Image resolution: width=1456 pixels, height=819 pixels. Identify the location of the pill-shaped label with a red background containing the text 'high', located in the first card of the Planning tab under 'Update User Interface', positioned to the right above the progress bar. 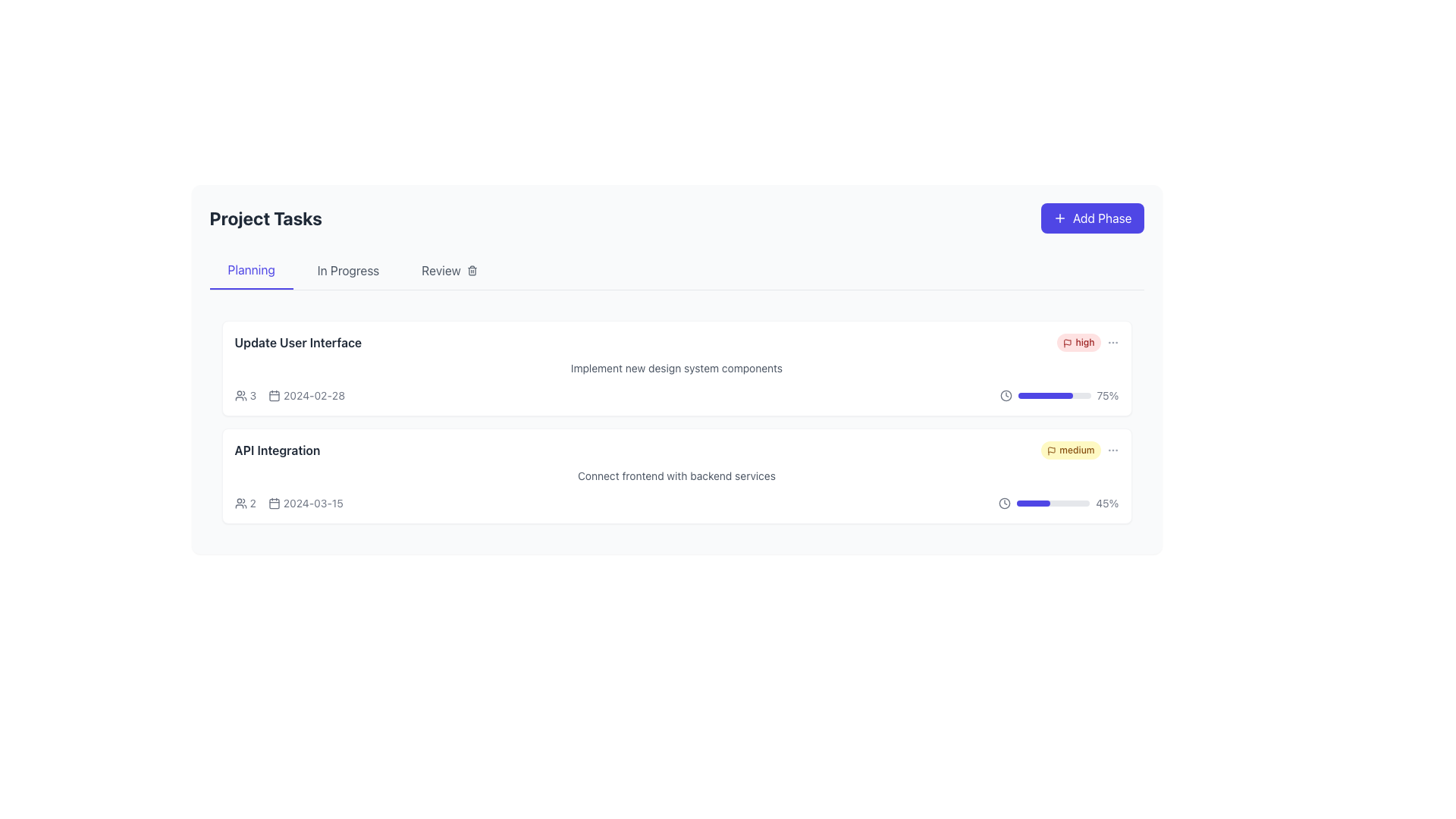
(1078, 342).